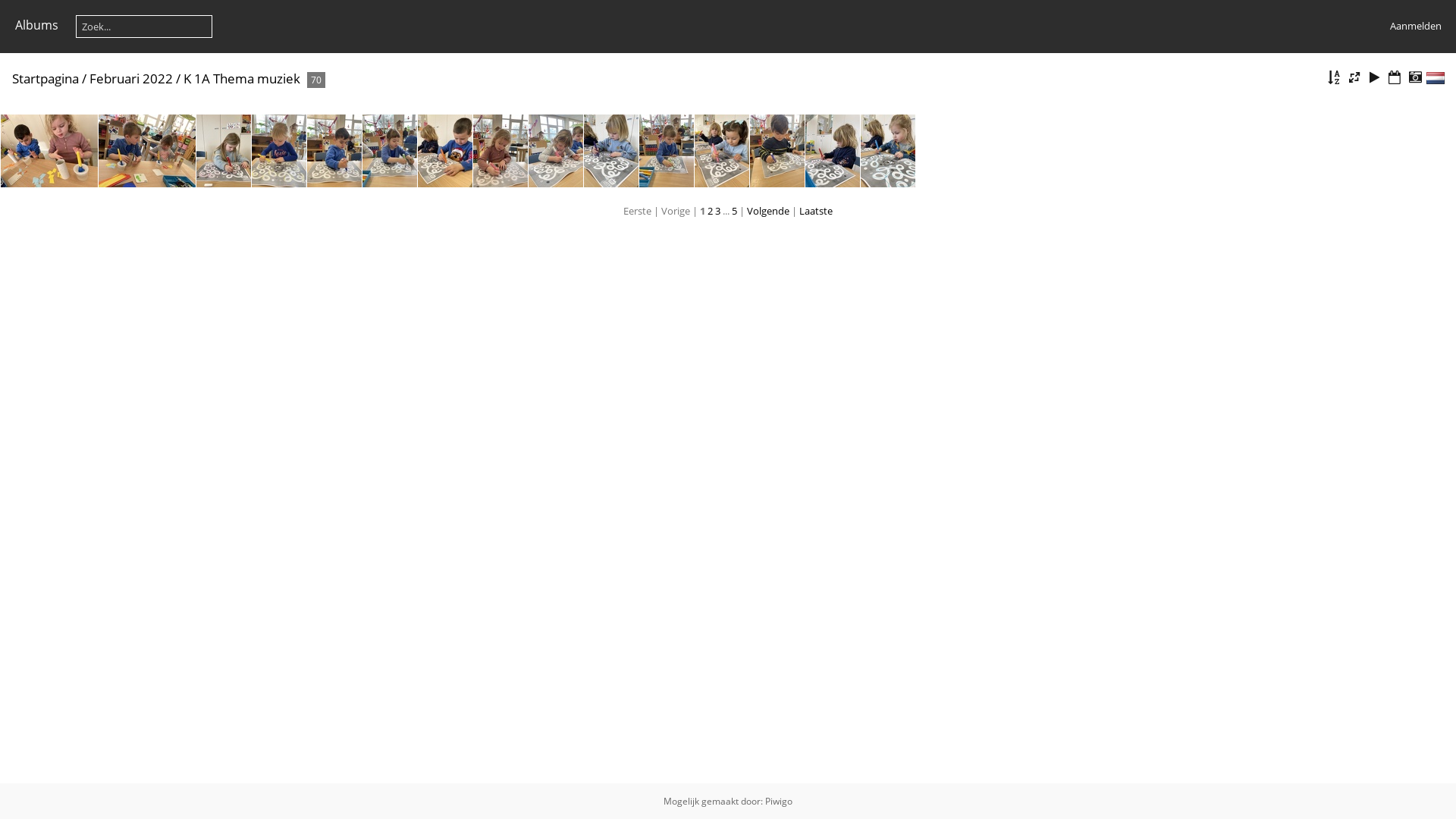  Describe the element at coordinates (182, 78) in the screenshot. I see `'K 1A Thema muziek'` at that location.